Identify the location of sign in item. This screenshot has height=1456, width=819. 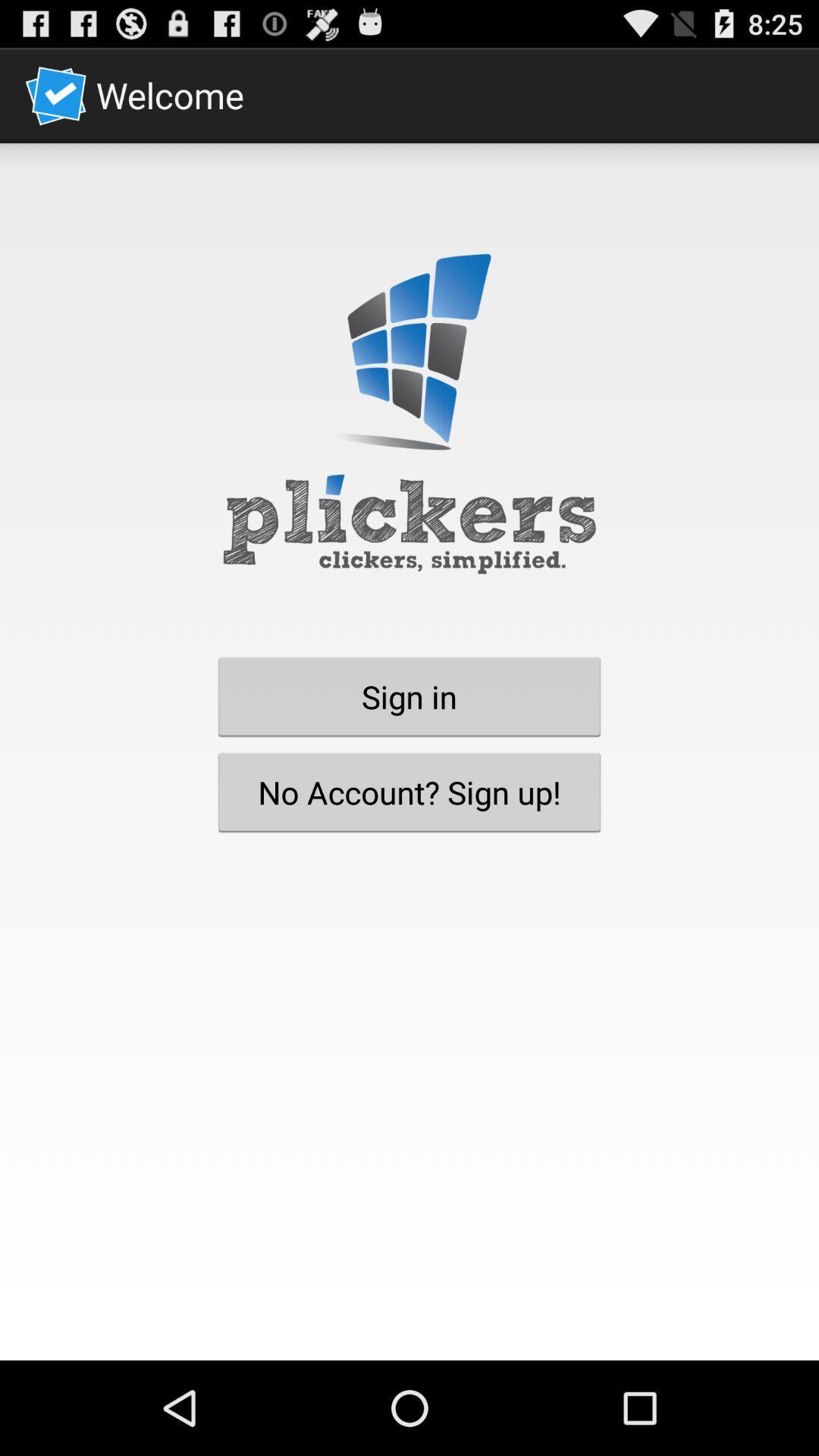
(409, 695).